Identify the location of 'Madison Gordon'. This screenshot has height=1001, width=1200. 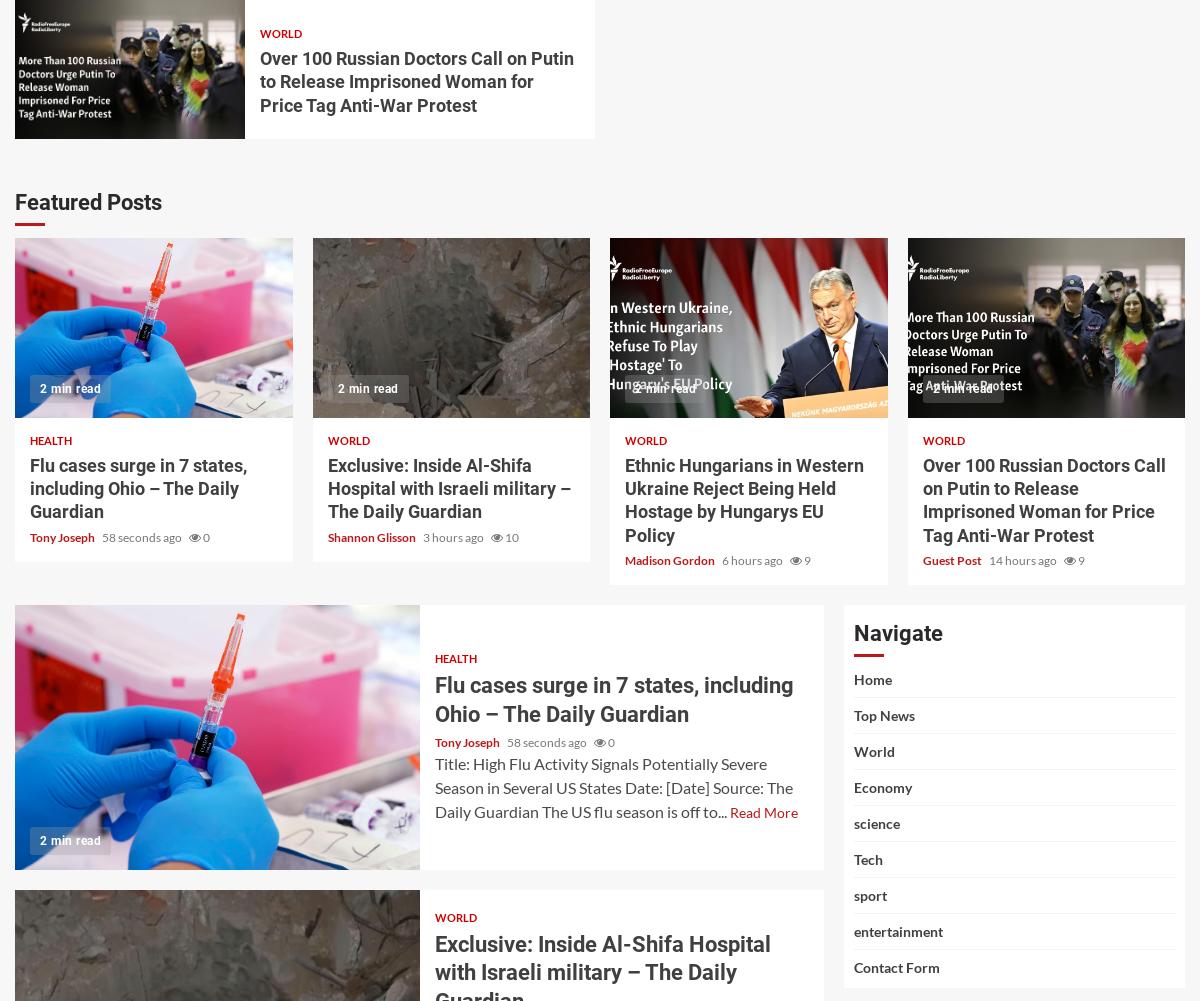
(671, 559).